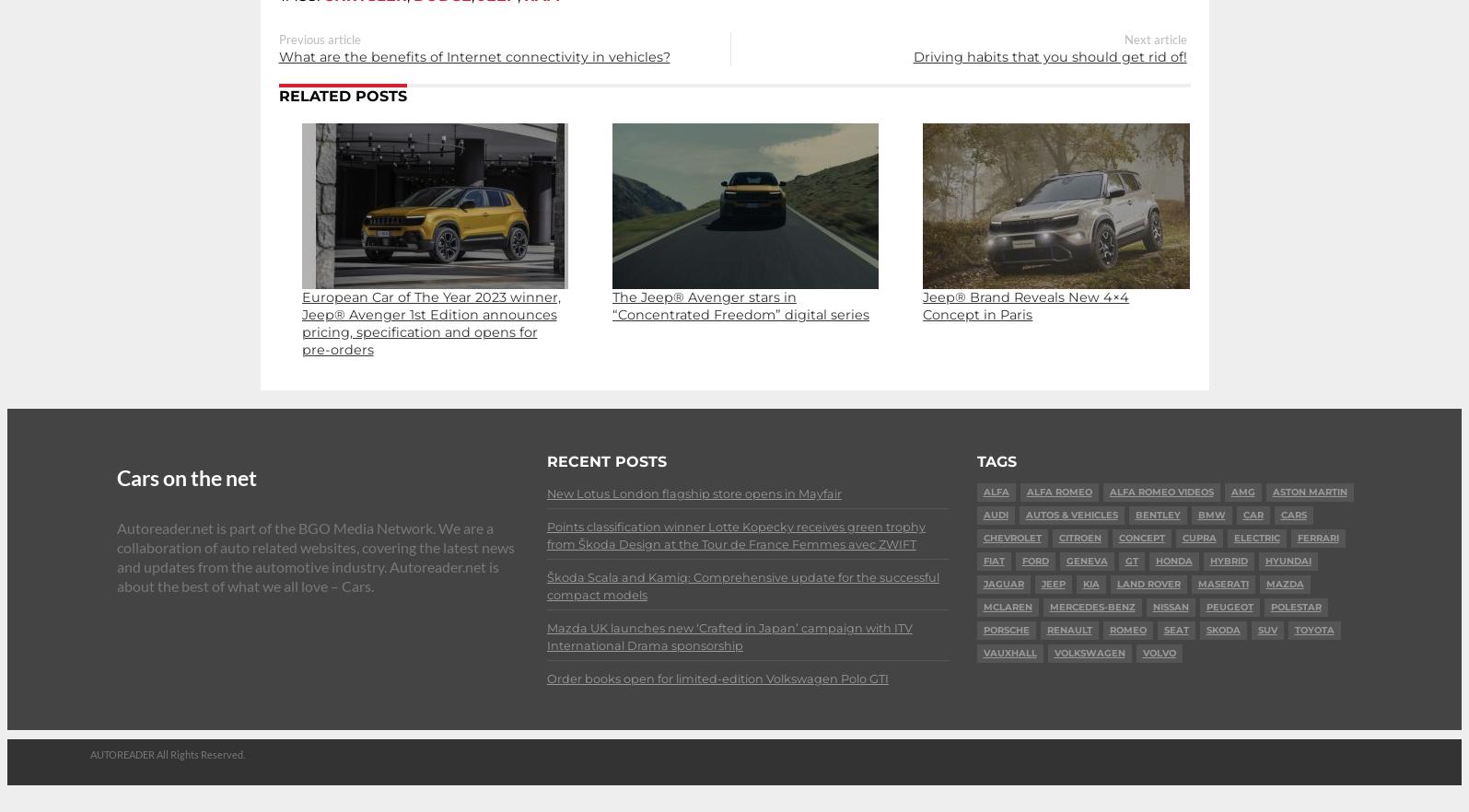 The width and height of the screenshot is (1469, 812). I want to click on 'New Lotus London flagship store opens in Mayfair', so click(693, 493).